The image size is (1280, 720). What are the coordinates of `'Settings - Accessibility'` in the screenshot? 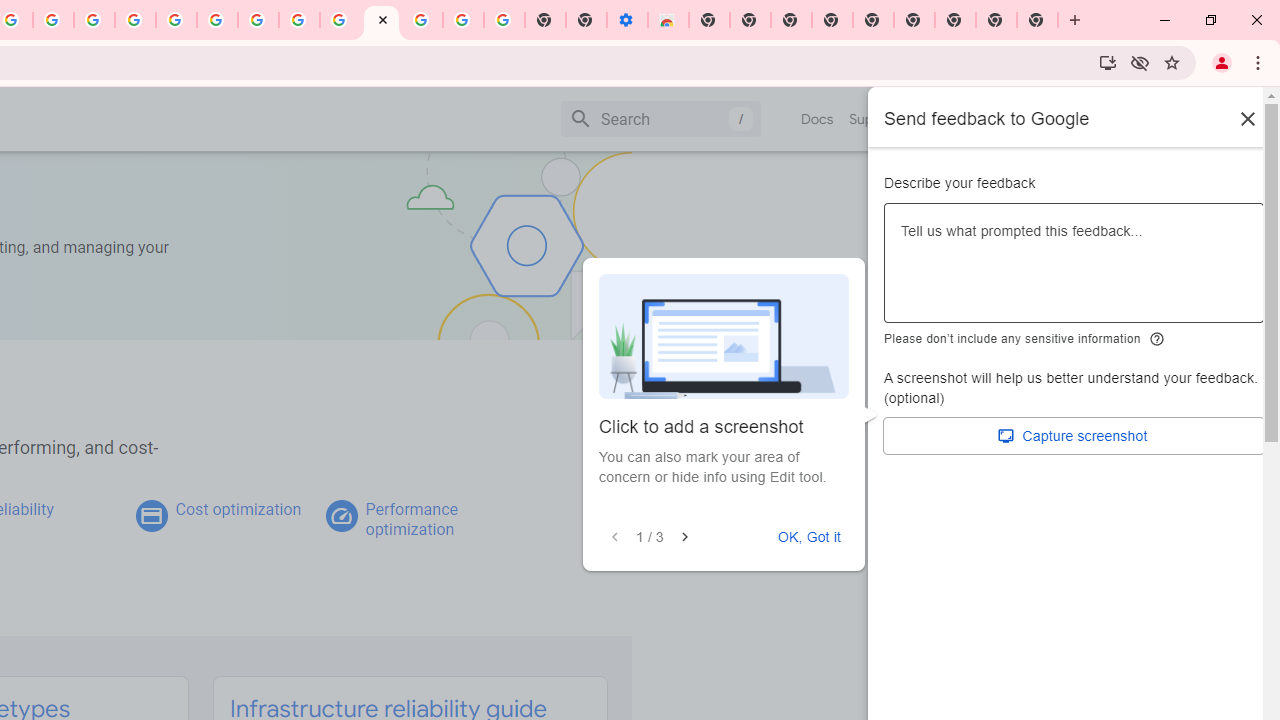 It's located at (626, 20).